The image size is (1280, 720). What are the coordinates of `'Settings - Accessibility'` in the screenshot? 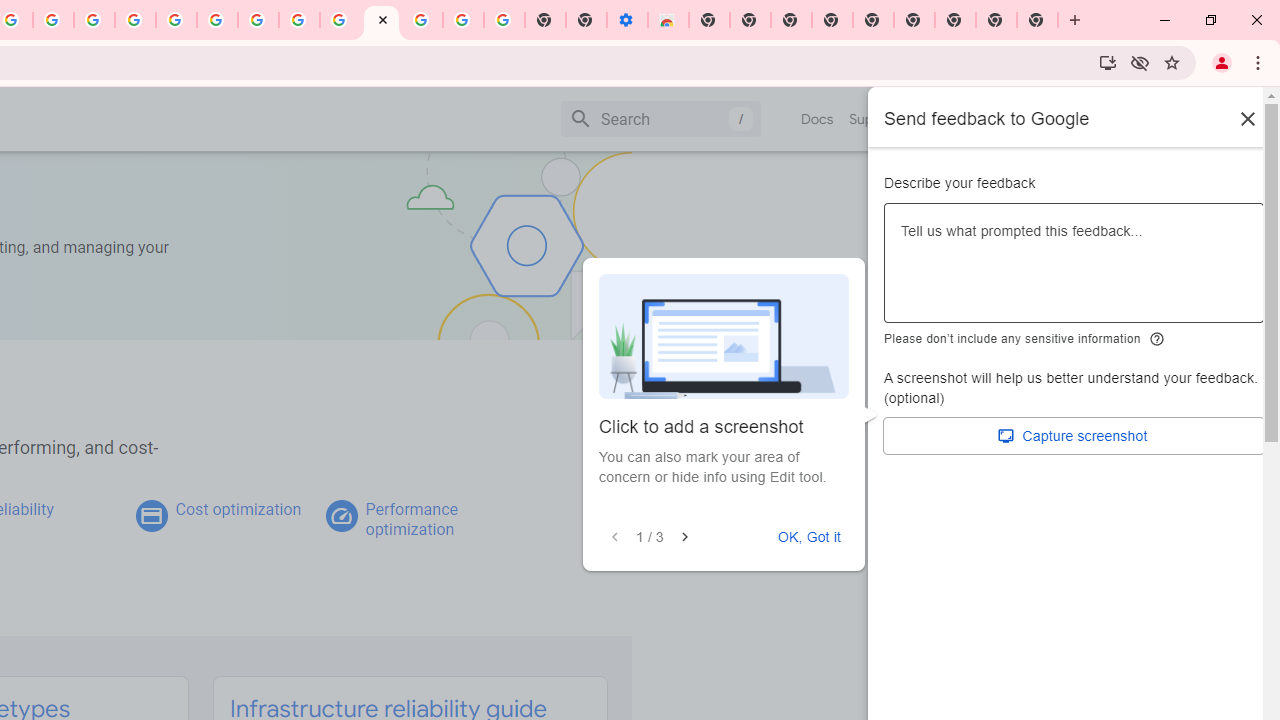 It's located at (626, 20).